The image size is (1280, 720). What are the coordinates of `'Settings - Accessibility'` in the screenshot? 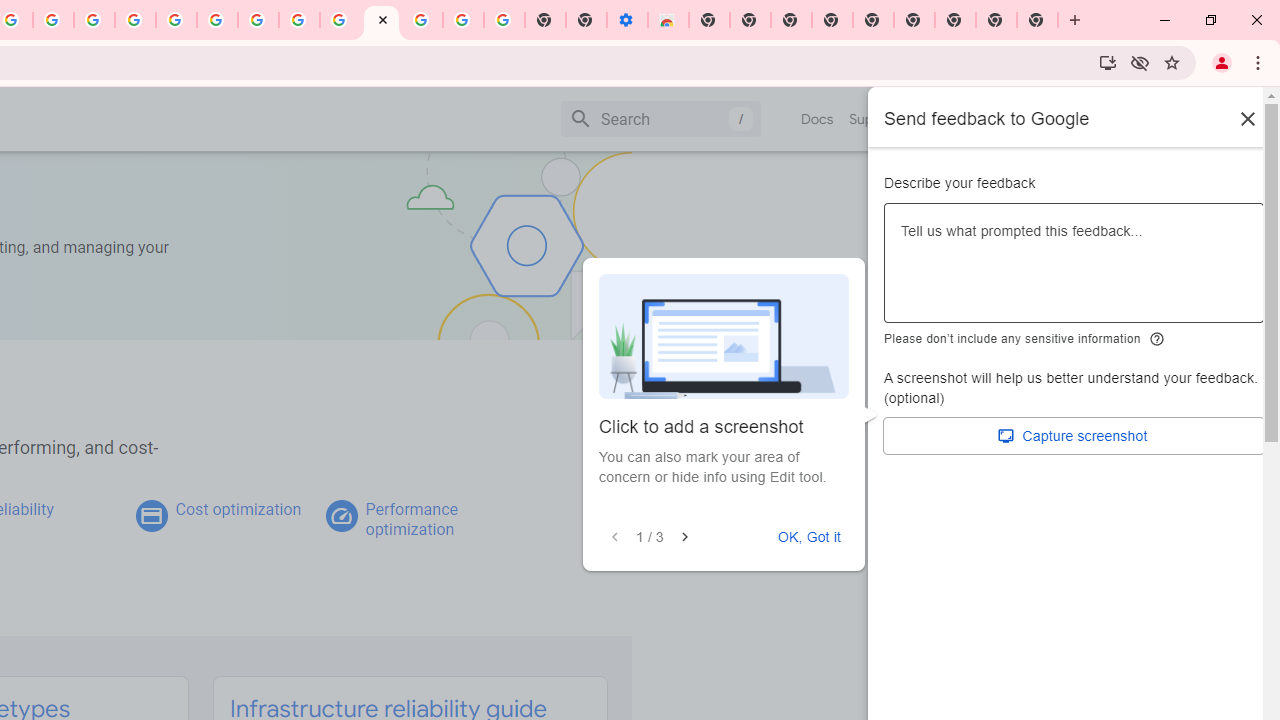 It's located at (626, 20).